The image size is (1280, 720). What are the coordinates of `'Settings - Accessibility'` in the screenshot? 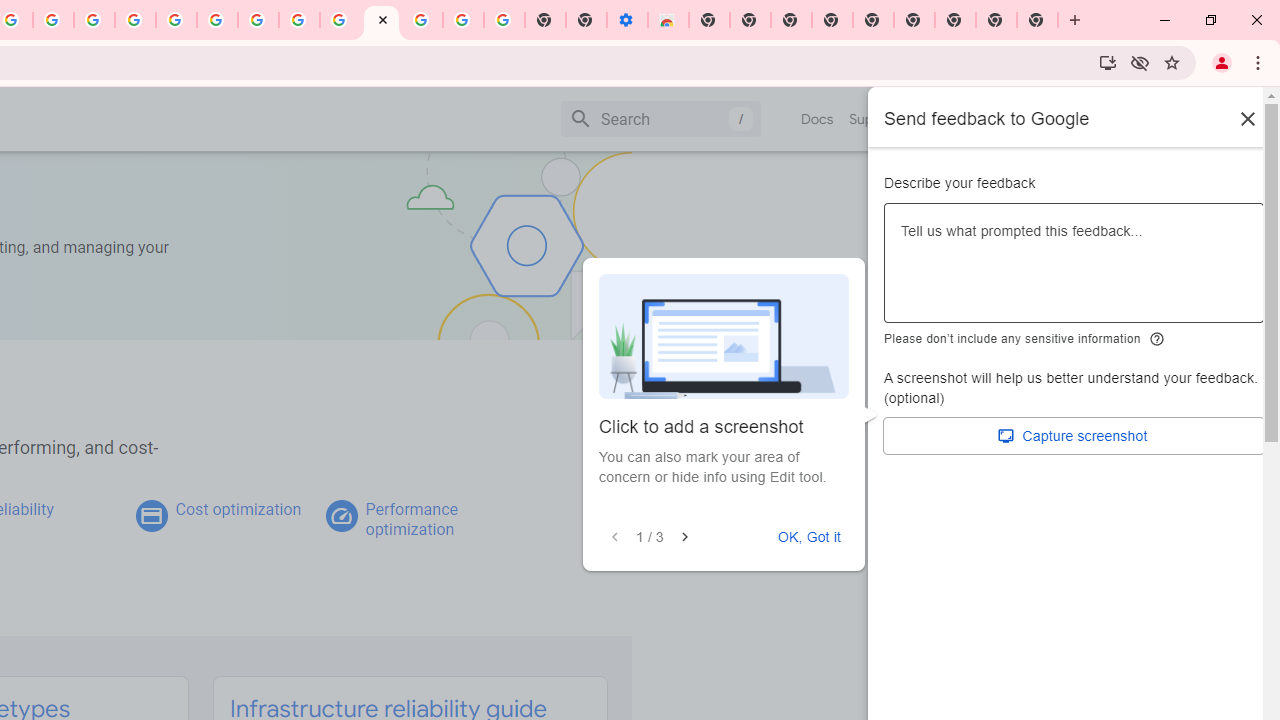 It's located at (626, 20).